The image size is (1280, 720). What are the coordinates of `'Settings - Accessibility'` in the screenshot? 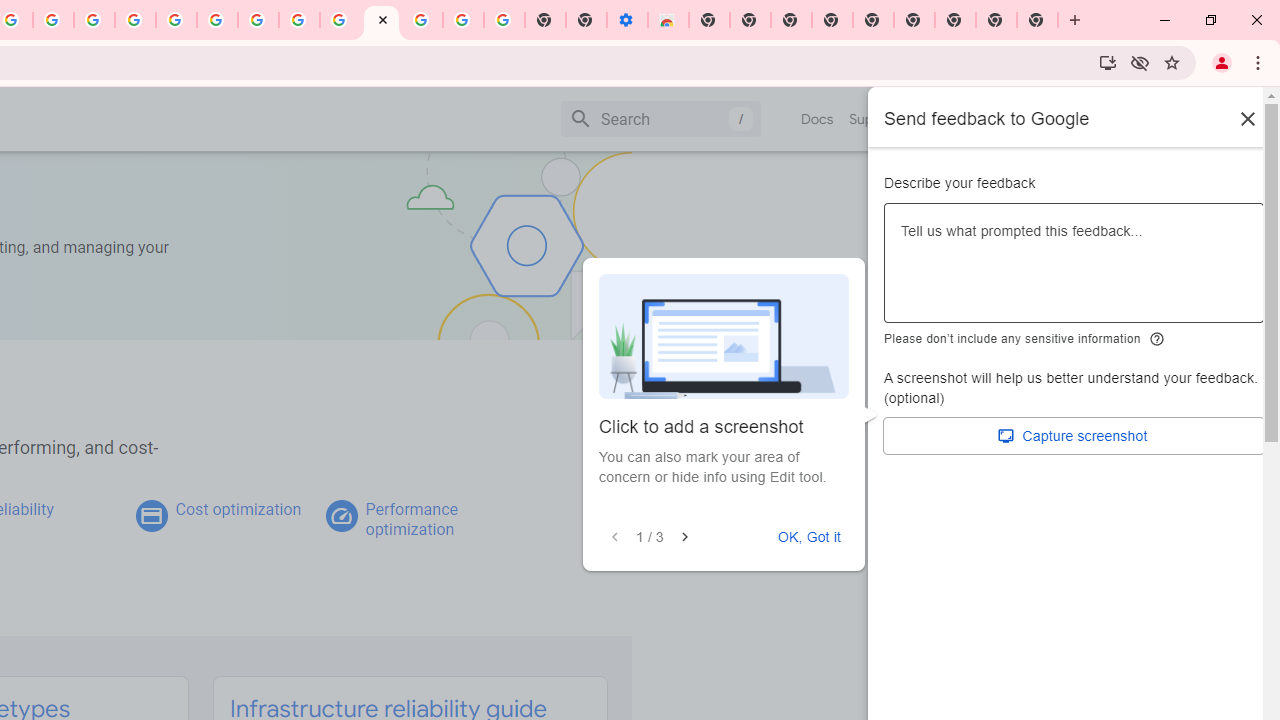 It's located at (626, 20).